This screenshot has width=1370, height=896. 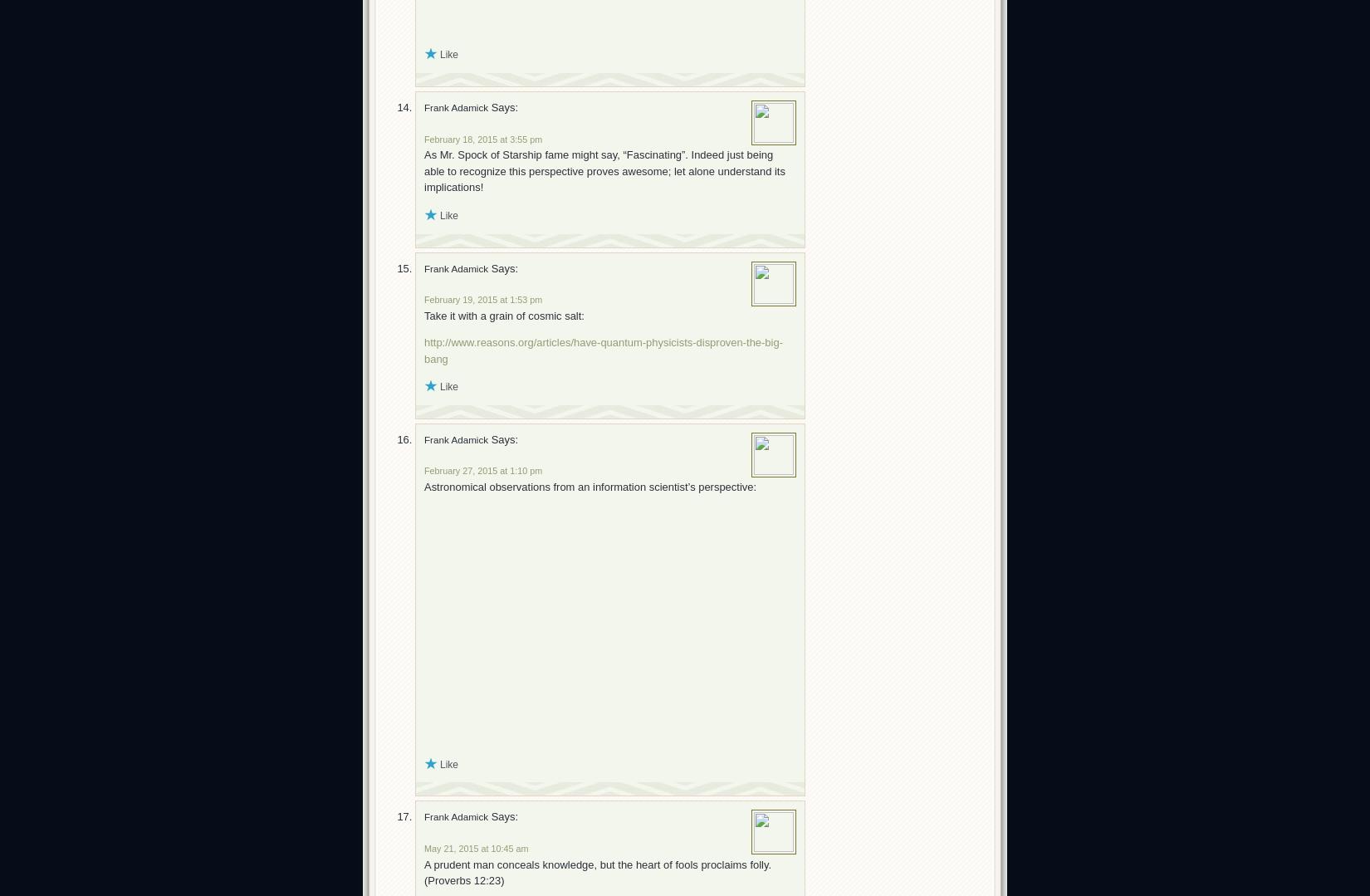 What do you see at coordinates (589, 487) in the screenshot?
I see `'Astronomical observations from an information scientist’s perspective:'` at bounding box center [589, 487].